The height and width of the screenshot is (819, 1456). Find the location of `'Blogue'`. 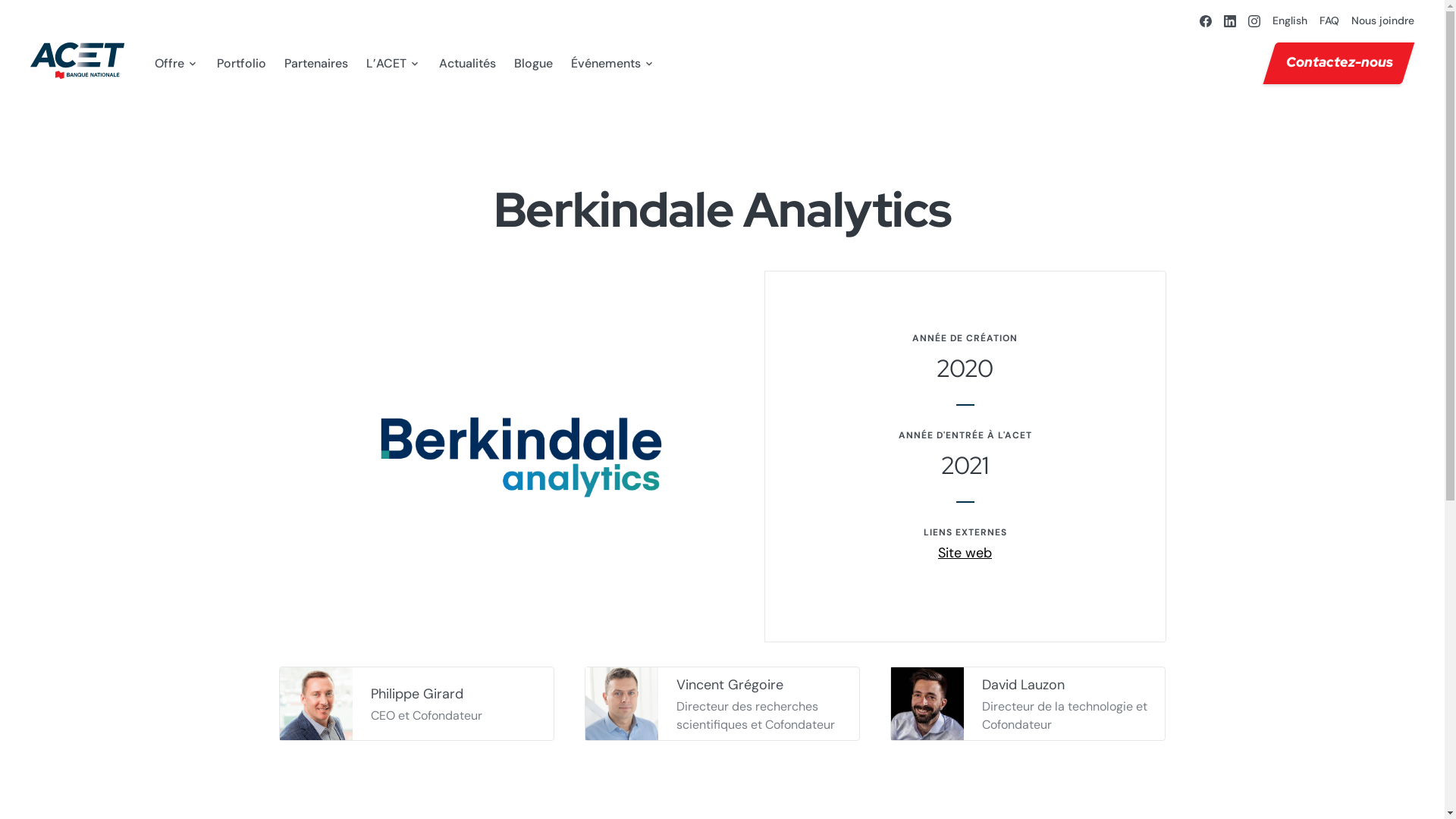

'Blogue' is located at coordinates (513, 62).